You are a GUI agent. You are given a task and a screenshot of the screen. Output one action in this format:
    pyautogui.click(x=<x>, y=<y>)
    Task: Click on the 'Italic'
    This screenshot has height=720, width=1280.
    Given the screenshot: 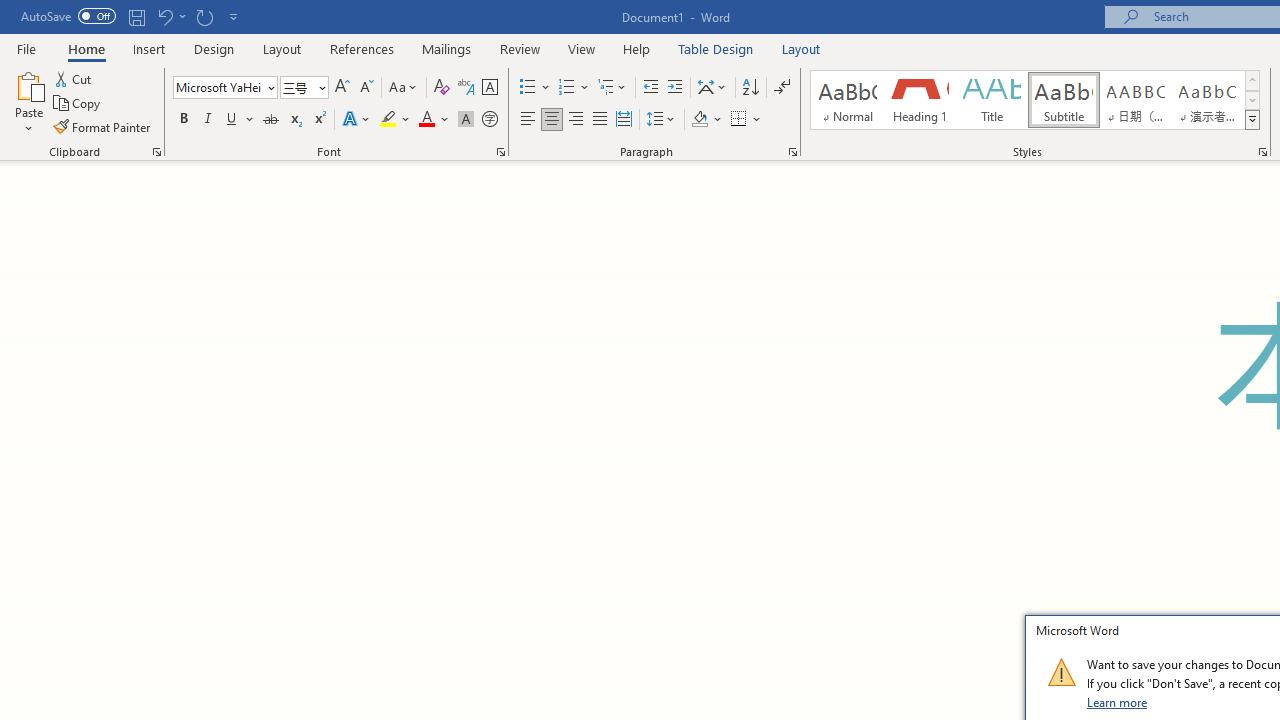 What is the action you would take?
    pyautogui.click(x=208, y=119)
    